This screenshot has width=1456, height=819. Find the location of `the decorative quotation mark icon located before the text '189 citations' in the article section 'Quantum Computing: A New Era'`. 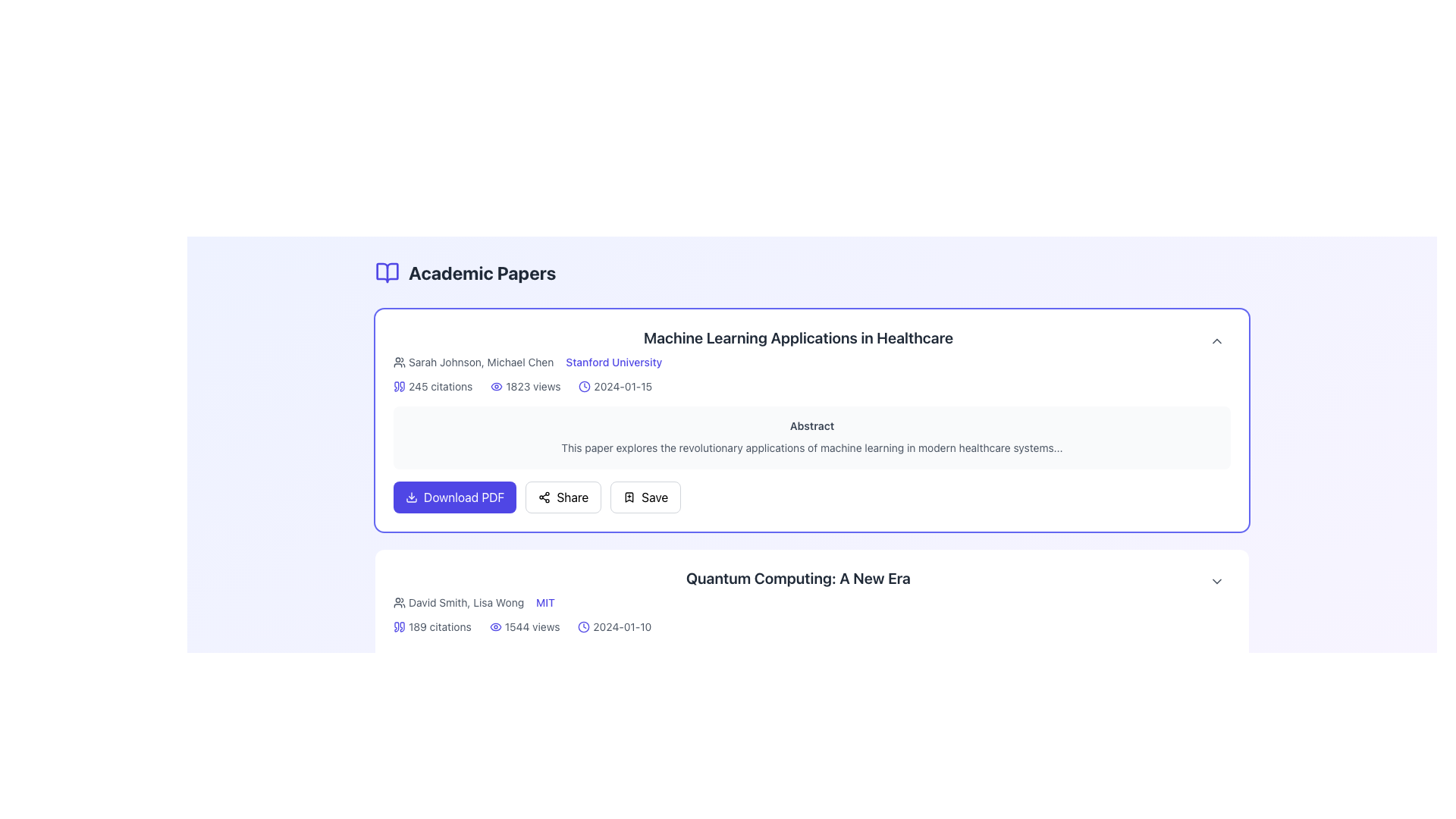

the decorative quotation mark icon located before the text '189 citations' in the article section 'Quantum Computing: A New Era' is located at coordinates (397, 626).